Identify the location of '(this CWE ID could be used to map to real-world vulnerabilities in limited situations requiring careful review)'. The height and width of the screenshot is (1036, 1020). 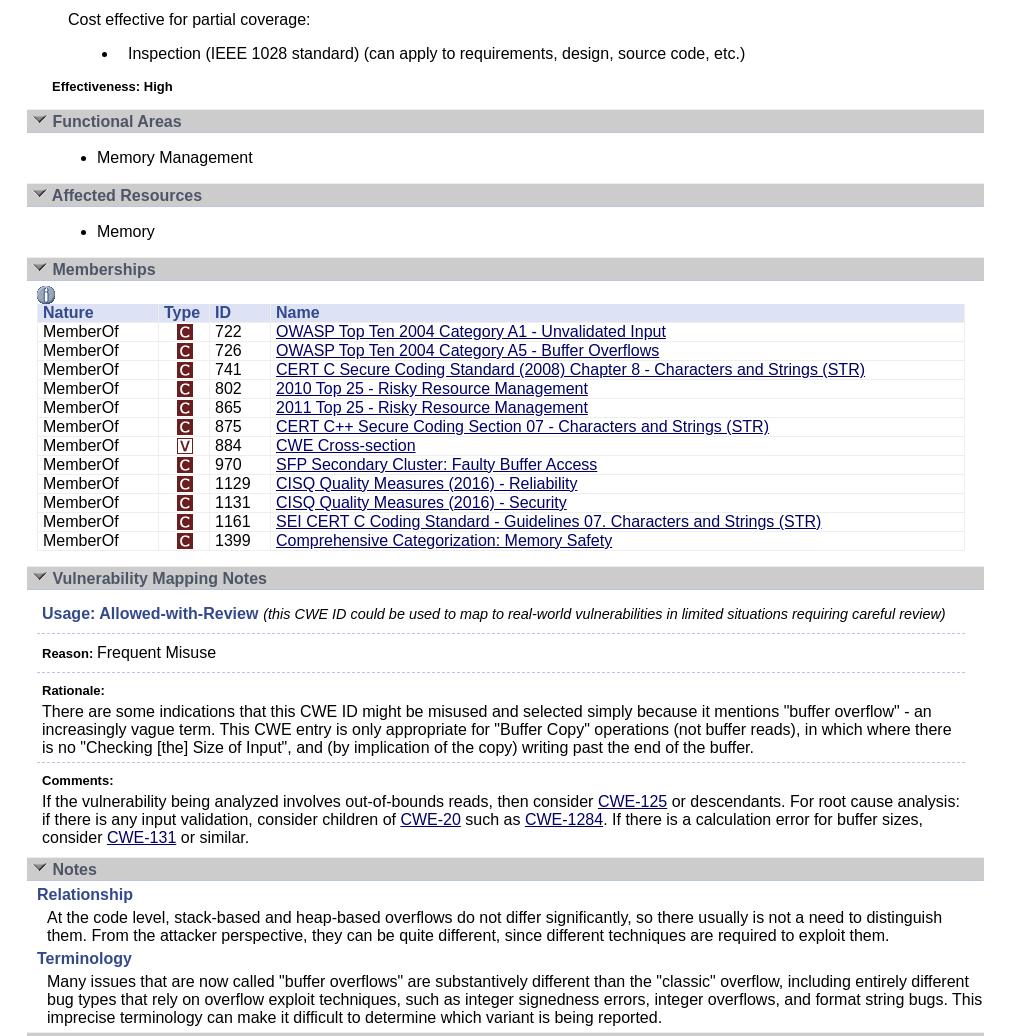
(603, 614).